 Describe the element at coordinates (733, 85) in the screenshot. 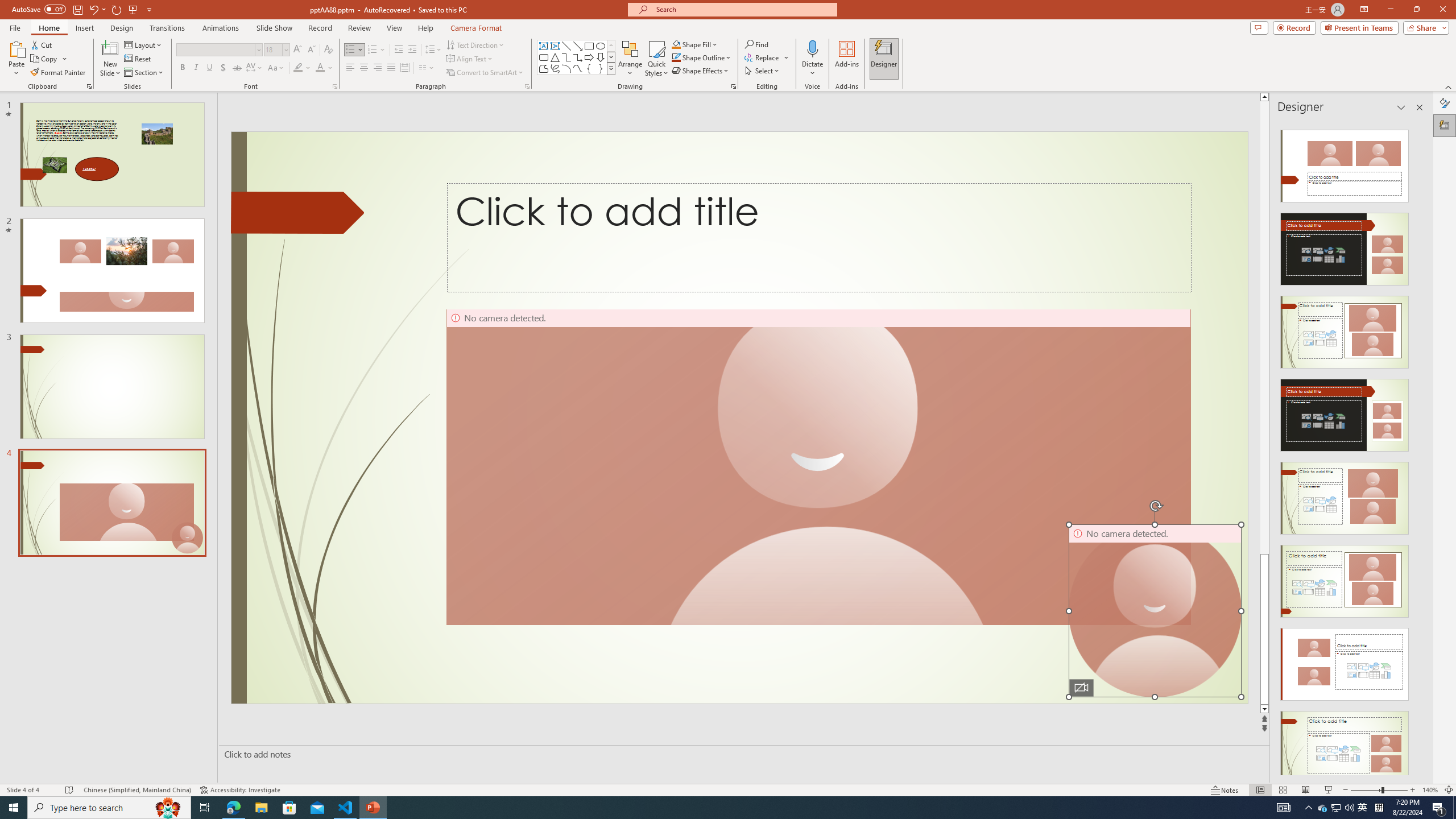

I see `'Format Object...'` at that location.